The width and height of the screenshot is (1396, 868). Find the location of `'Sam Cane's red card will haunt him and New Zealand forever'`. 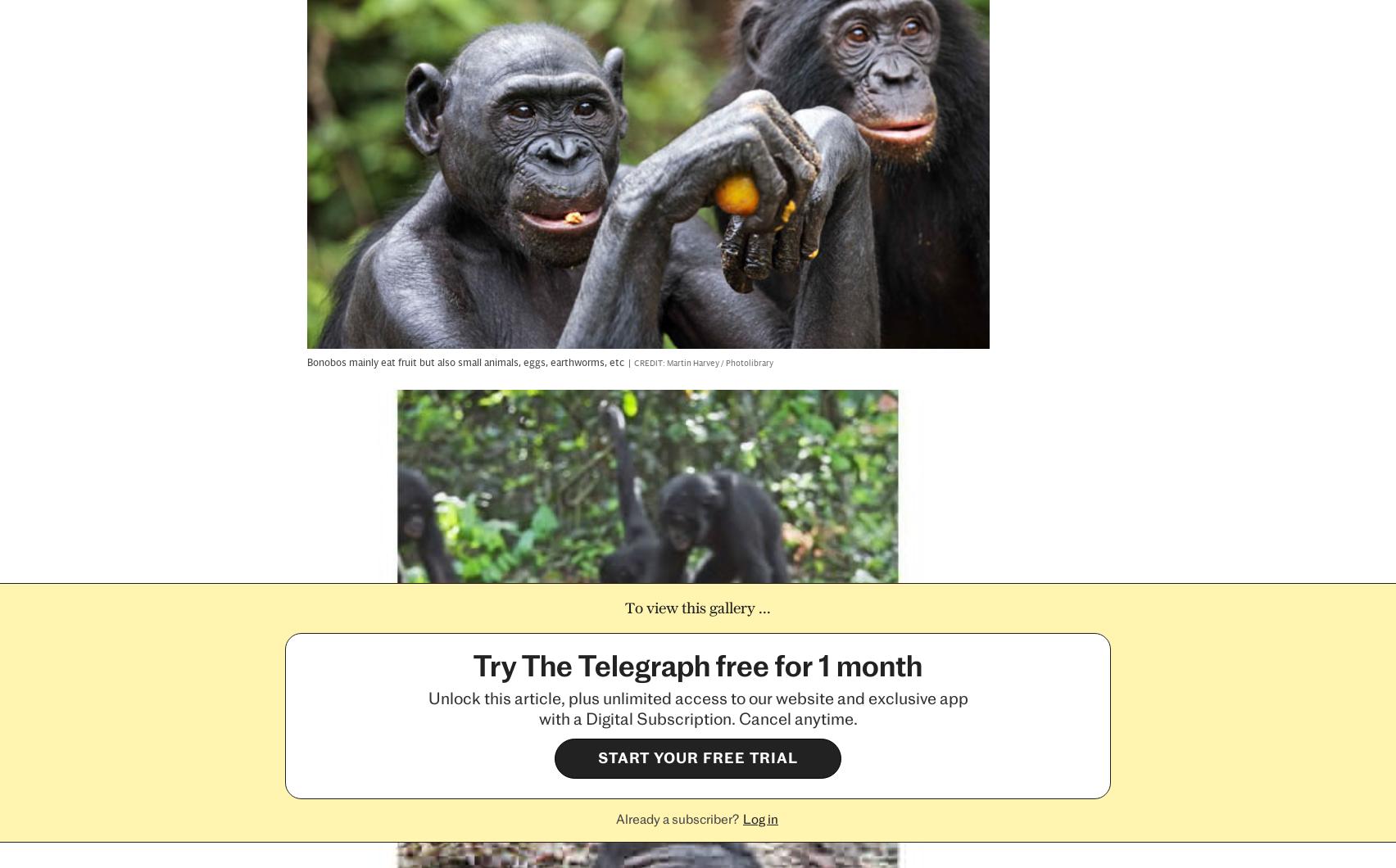

'Sam Cane's red card will haunt him and New Zealand forever' is located at coordinates (1189, 473).